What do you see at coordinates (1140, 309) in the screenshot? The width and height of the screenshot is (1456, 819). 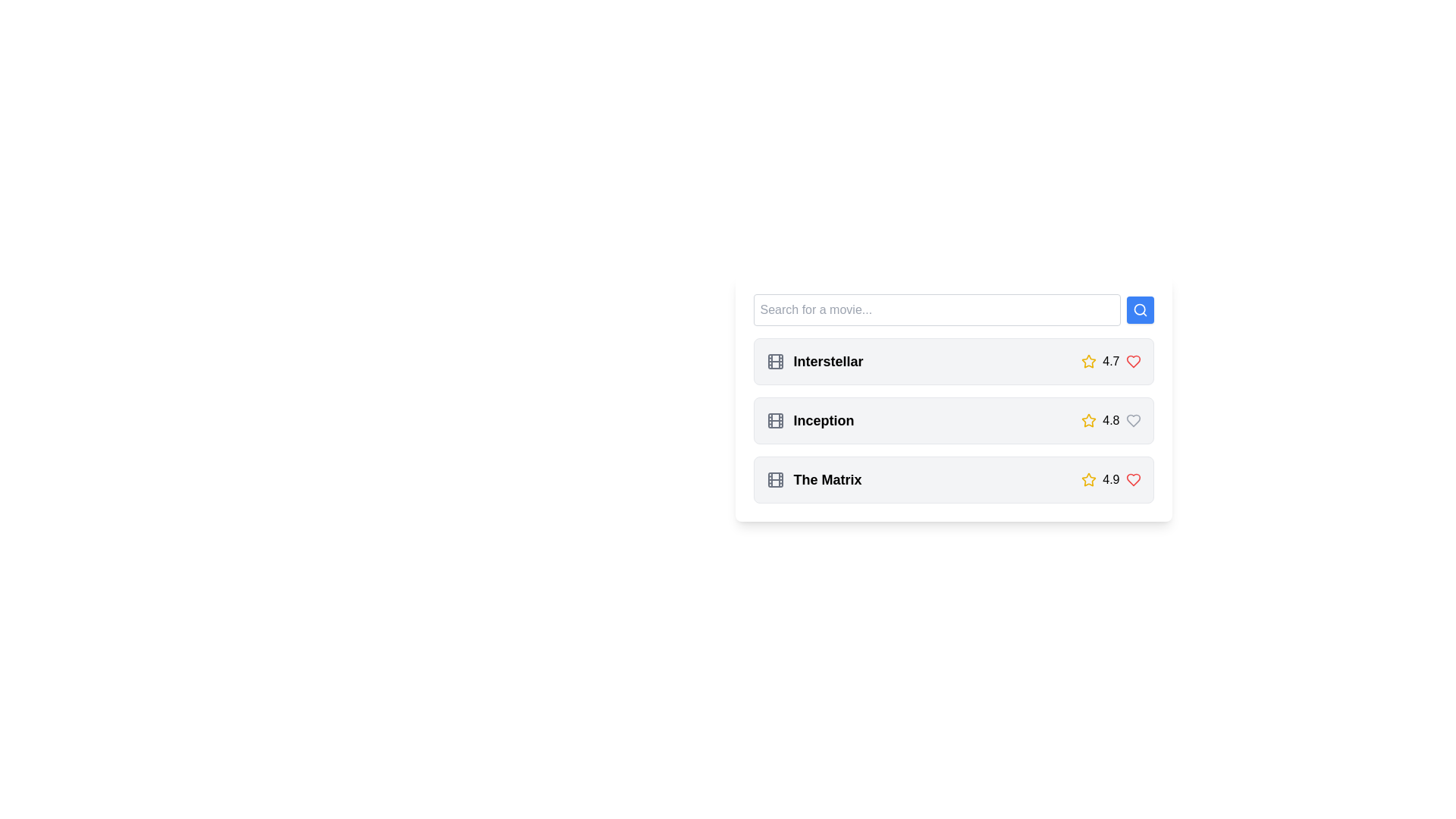 I see `the magnifying glass icon, which is styled with a blue background and white stroke, located centrally in a blue rounded button on the right side of the search input field to initiate a search` at bounding box center [1140, 309].